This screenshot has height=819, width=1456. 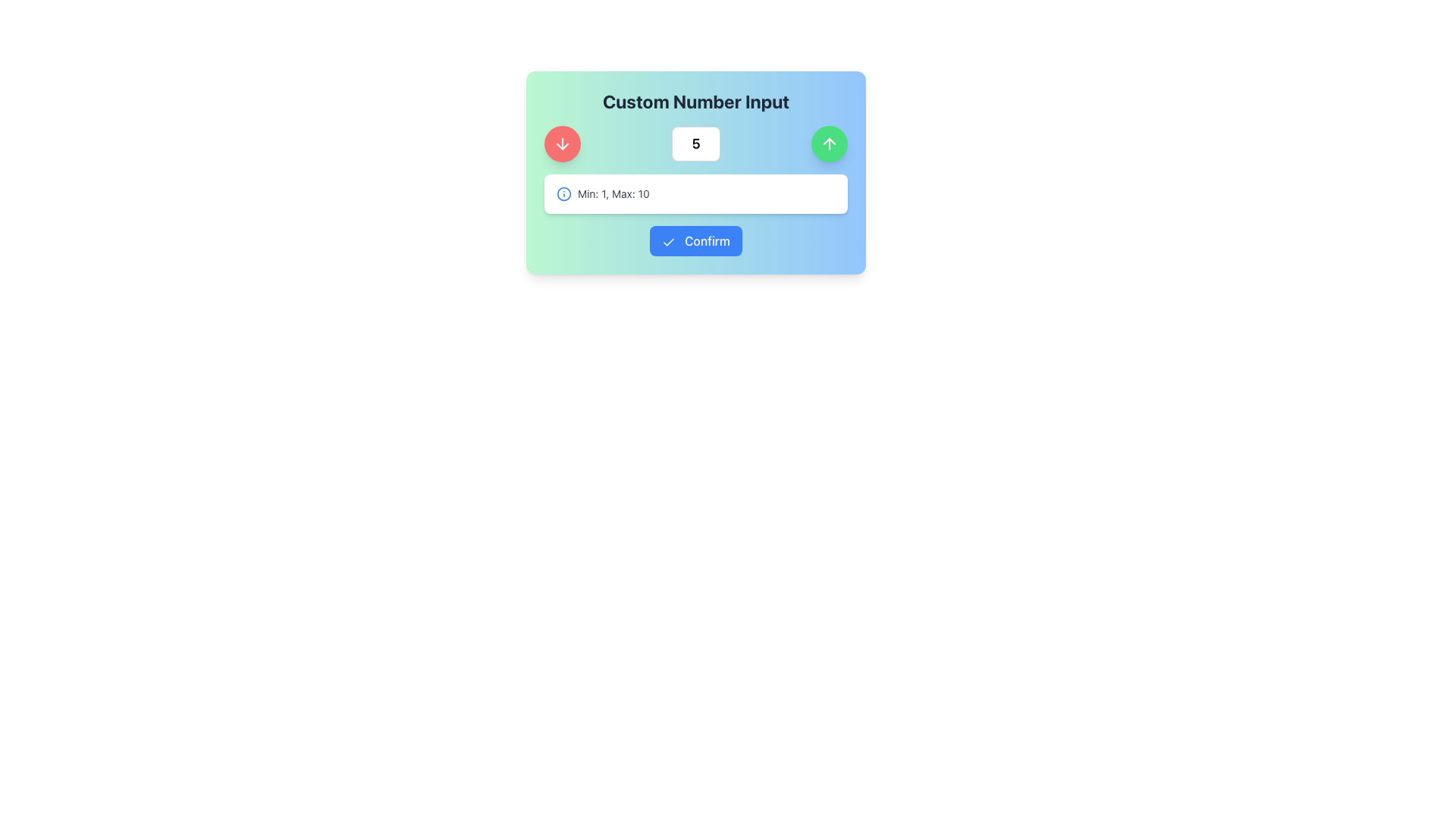 What do you see at coordinates (668, 241) in the screenshot?
I see `the check icon within the blue confirm button labeled 'Confirm'` at bounding box center [668, 241].